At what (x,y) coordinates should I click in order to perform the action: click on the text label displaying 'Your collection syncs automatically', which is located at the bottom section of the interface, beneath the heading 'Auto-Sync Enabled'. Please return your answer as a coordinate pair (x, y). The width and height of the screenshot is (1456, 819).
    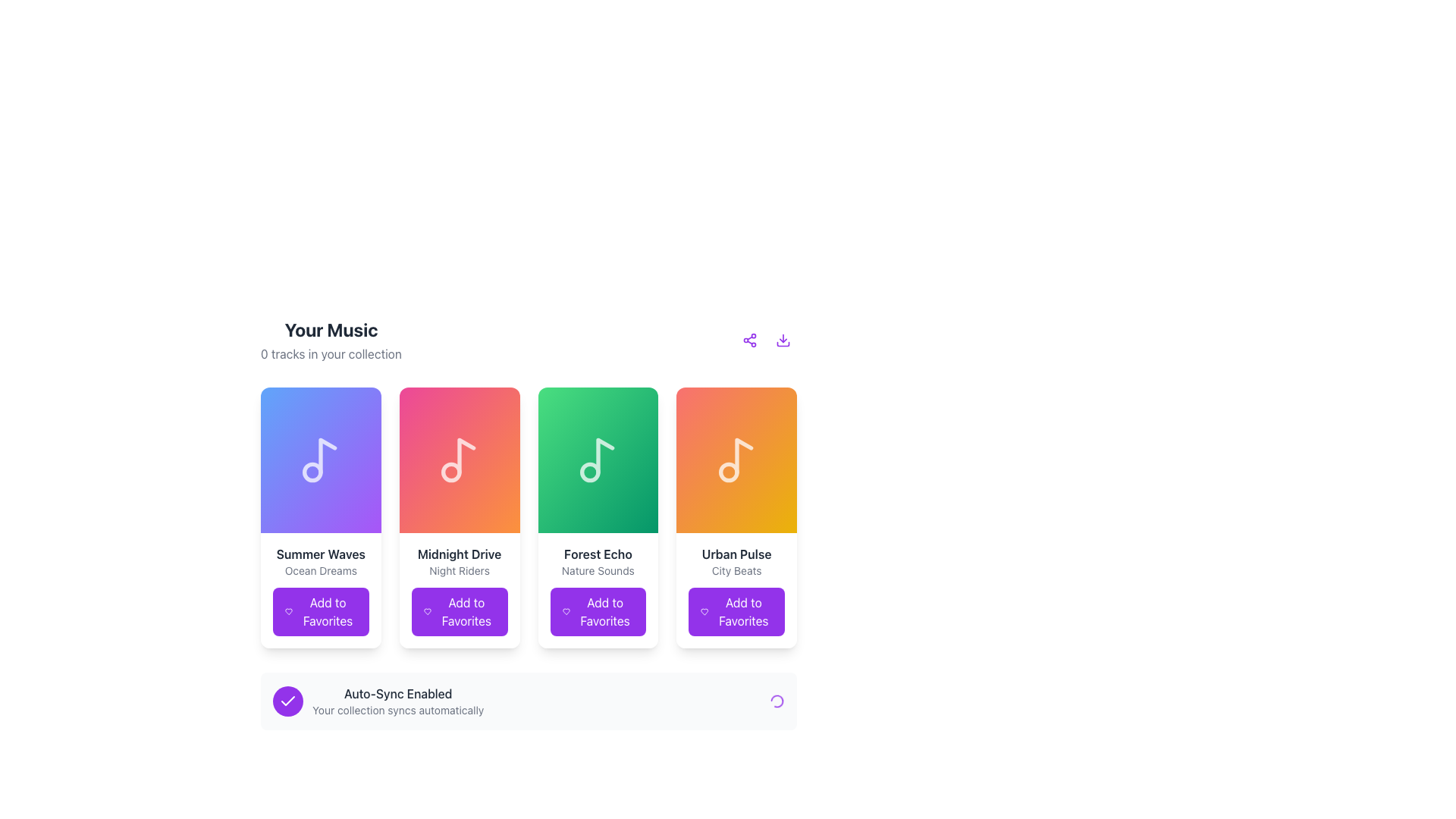
    Looking at the image, I should click on (398, 711).